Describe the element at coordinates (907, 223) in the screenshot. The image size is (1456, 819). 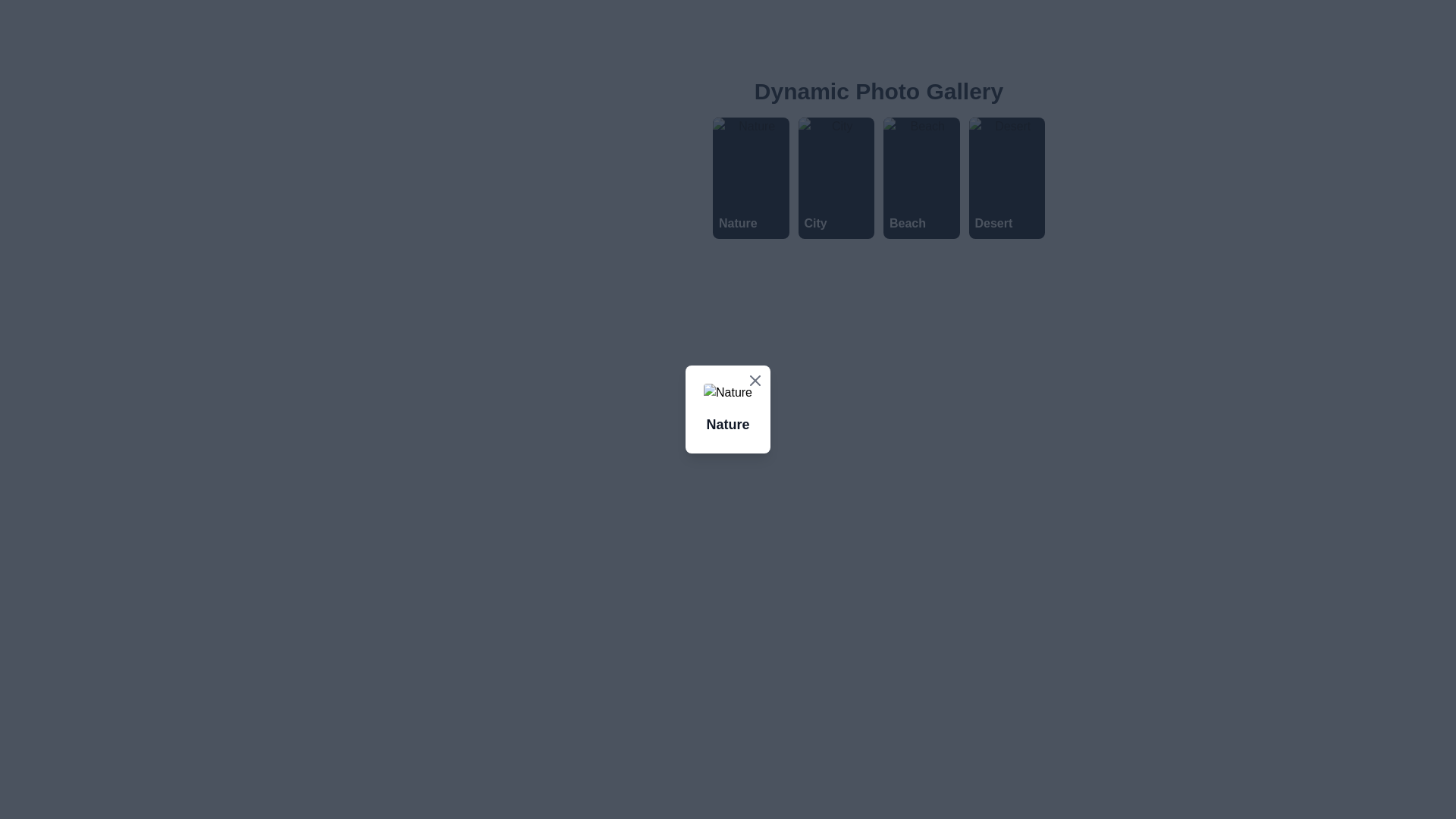
I see `the 'Beach' text label, which is displayed in bold white font at the bottom-left corner of the third card in a horizontally aligned set of cards with a dark background` at that location.